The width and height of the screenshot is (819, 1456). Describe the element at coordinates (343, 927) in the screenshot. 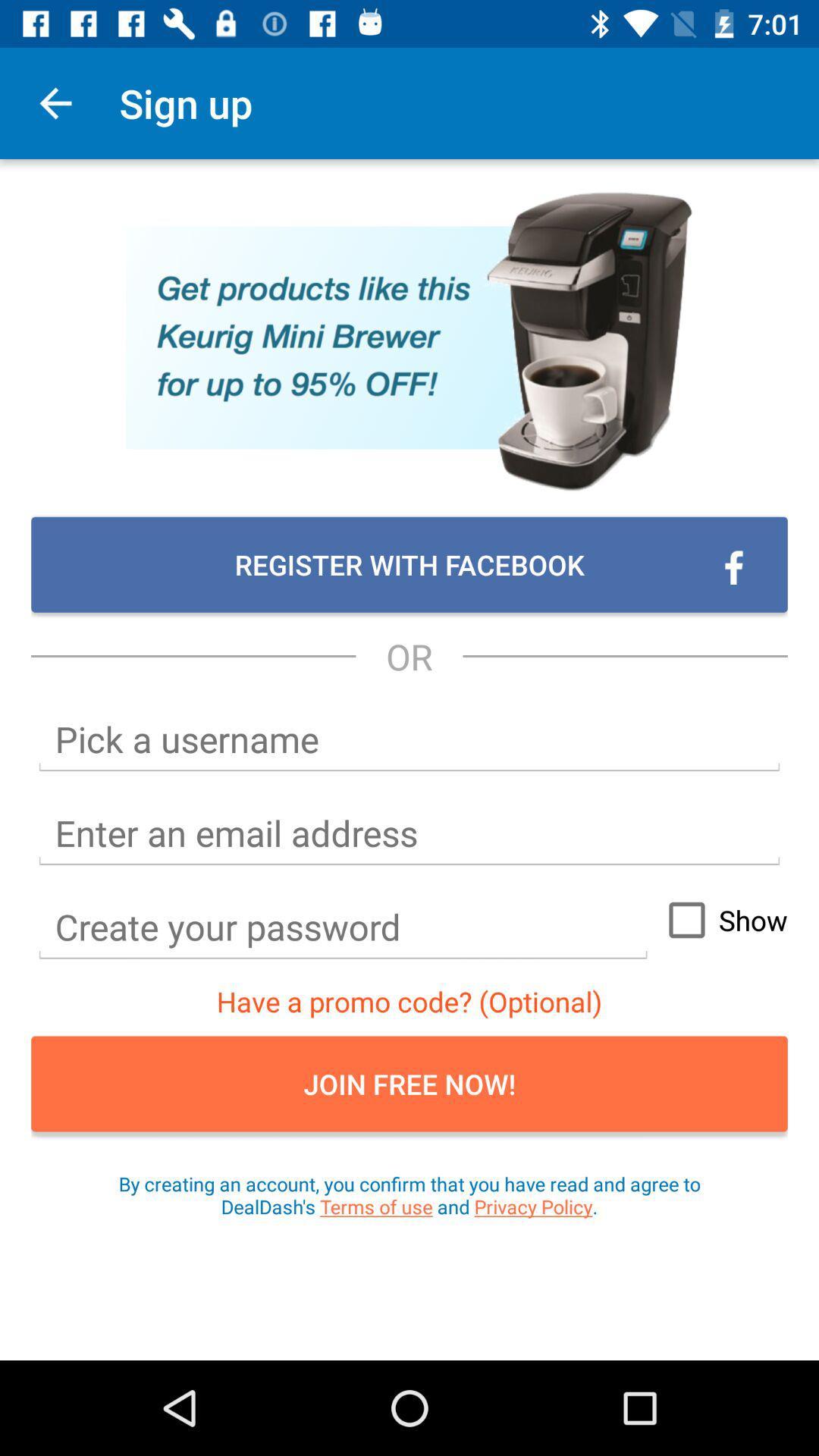

I see `icon next to the show item` at that location.